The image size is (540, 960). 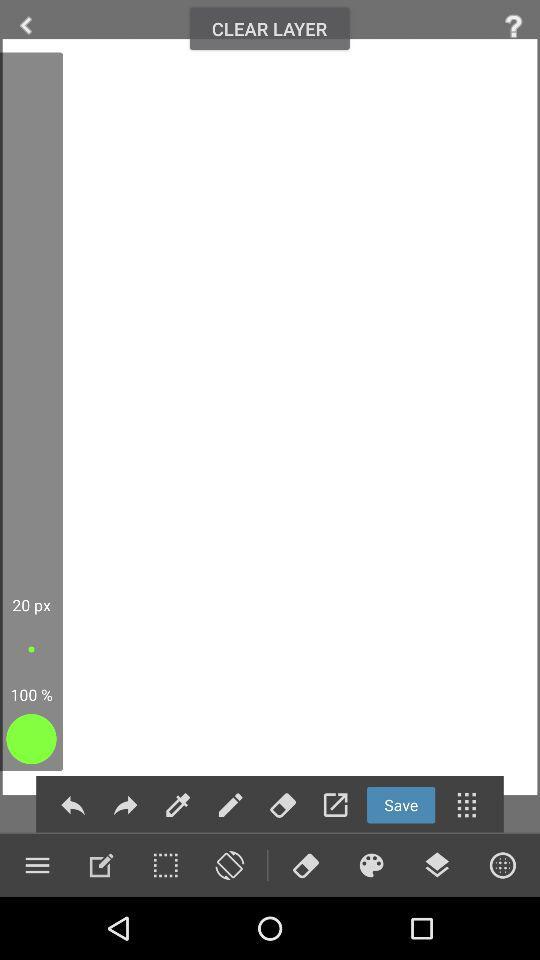 I want to click on writting pencil option, so click(x=229, y=805).